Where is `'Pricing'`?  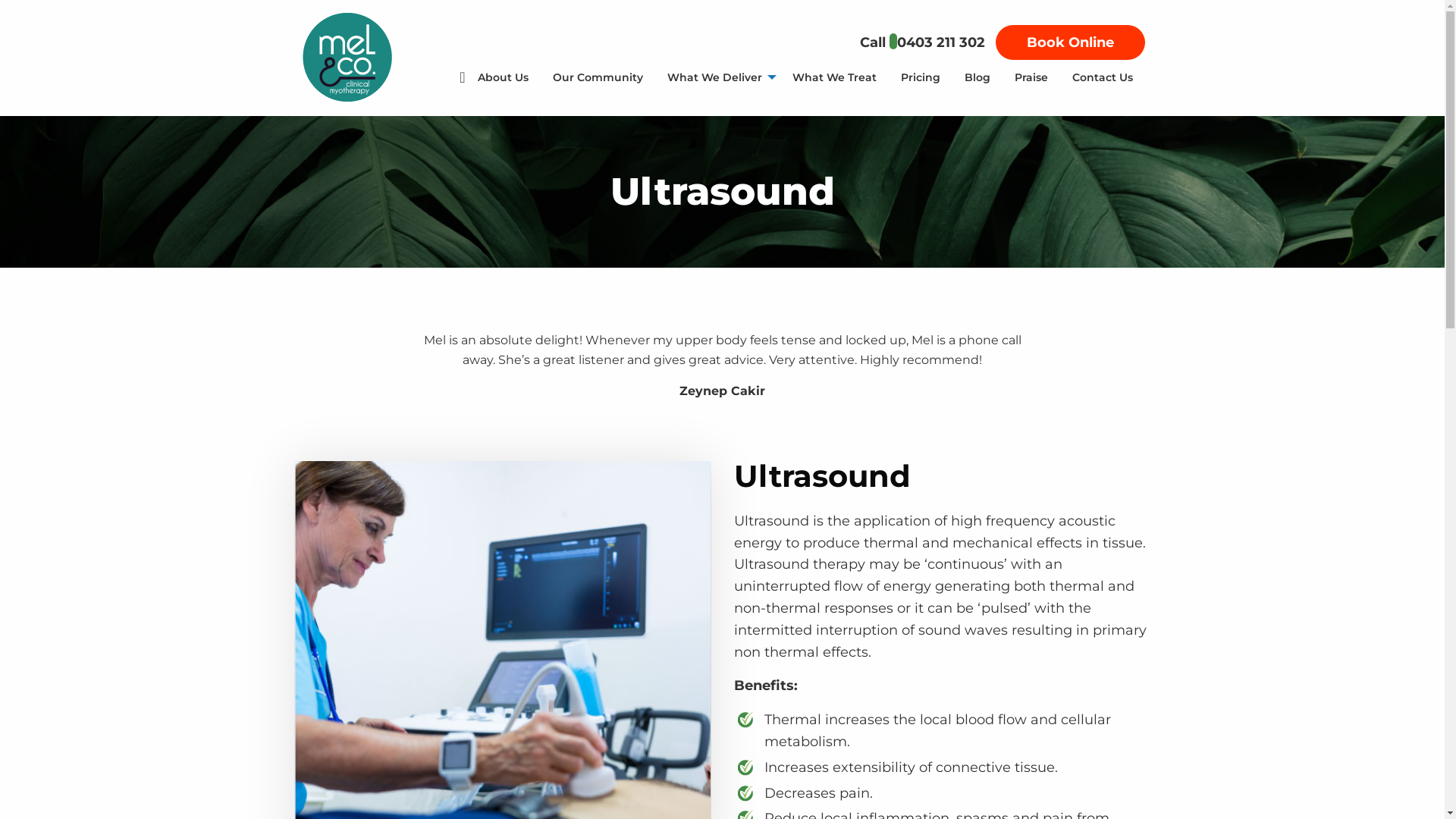
'Pricing' is located at coordinates (920, 77).